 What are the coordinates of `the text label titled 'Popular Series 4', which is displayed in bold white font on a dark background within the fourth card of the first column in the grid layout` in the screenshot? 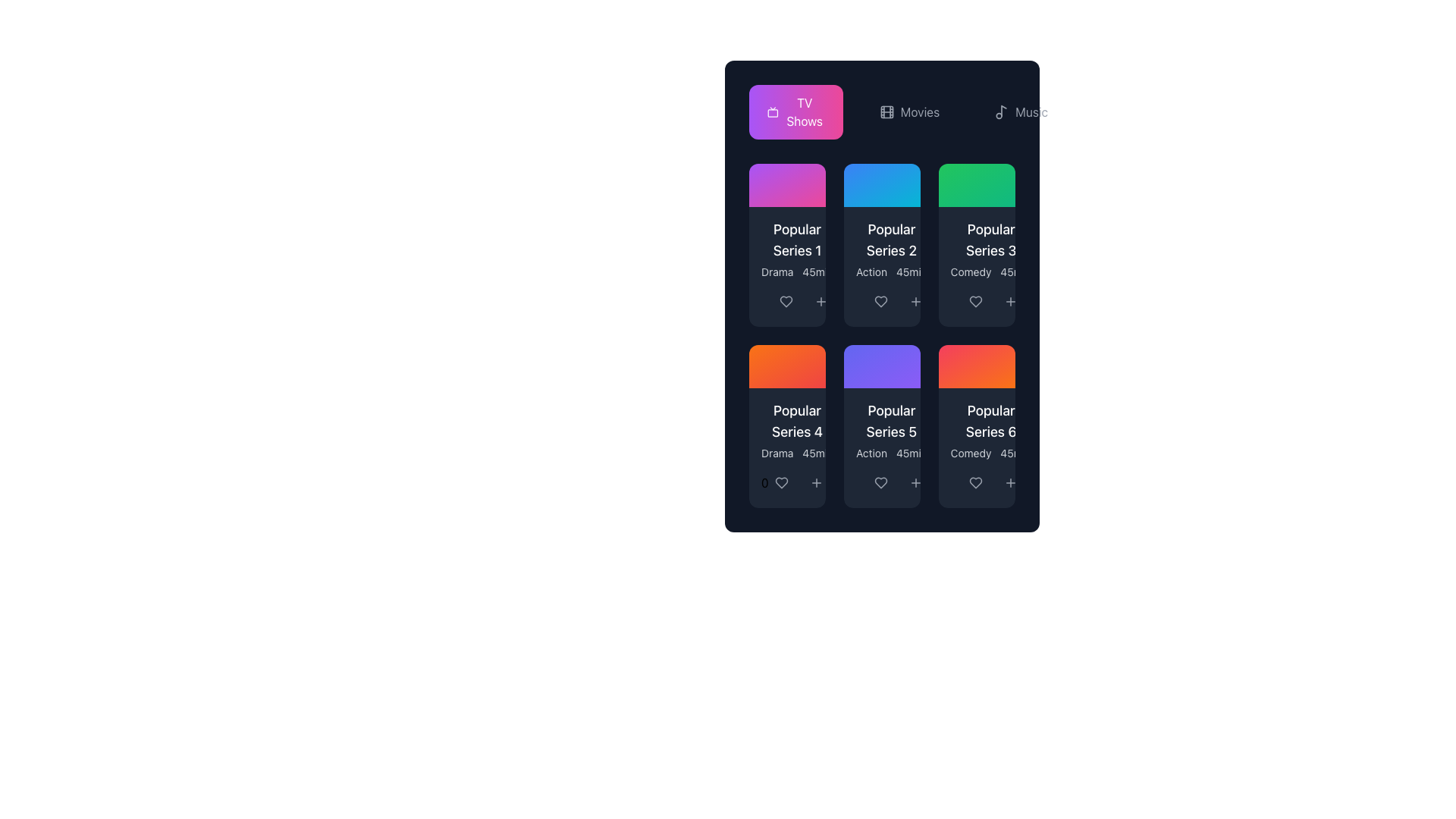 It's located at (796, 421).